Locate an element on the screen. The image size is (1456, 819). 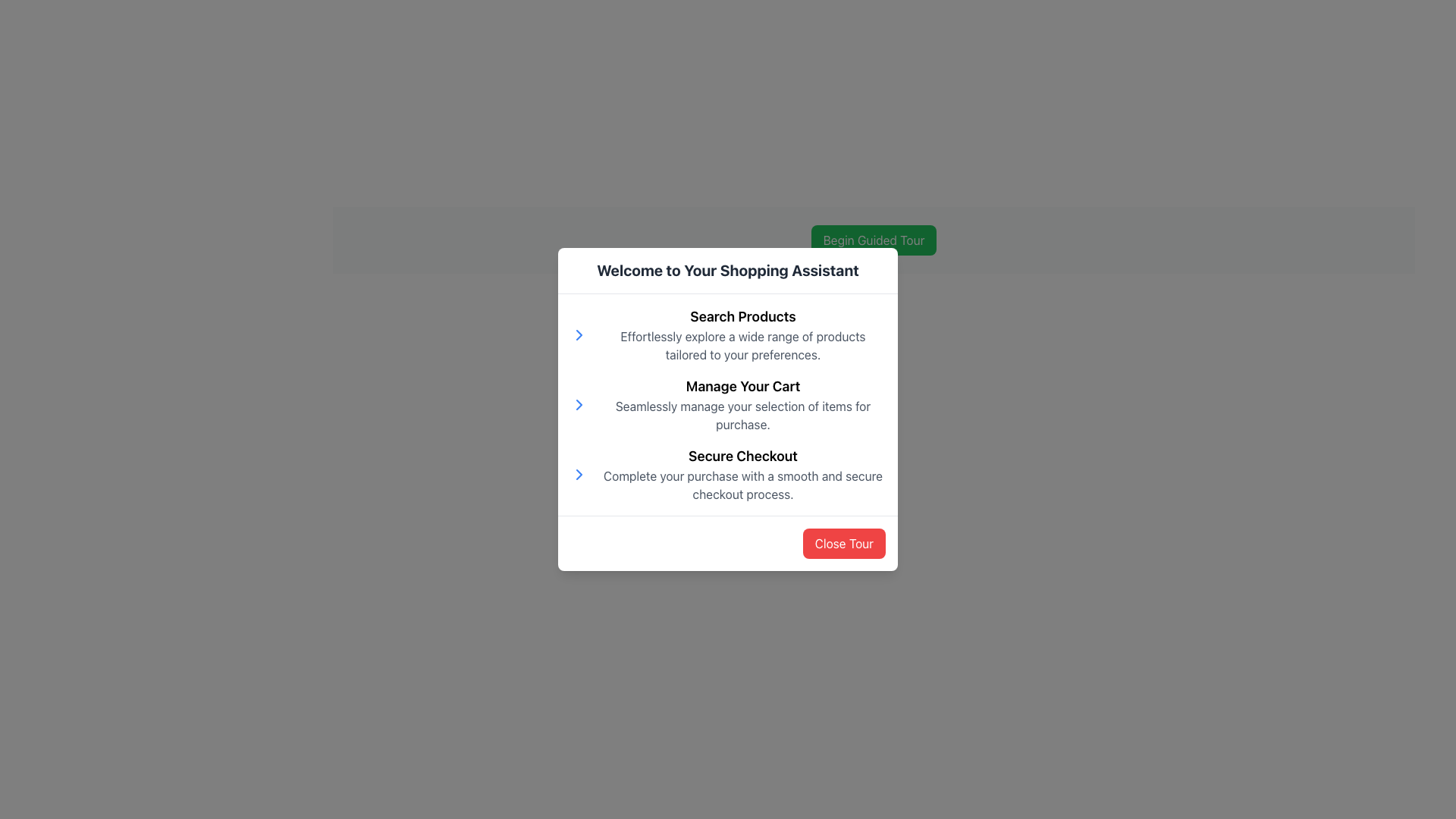
the 'Begin Guided Tour' button is located at coordinates (874, 239).